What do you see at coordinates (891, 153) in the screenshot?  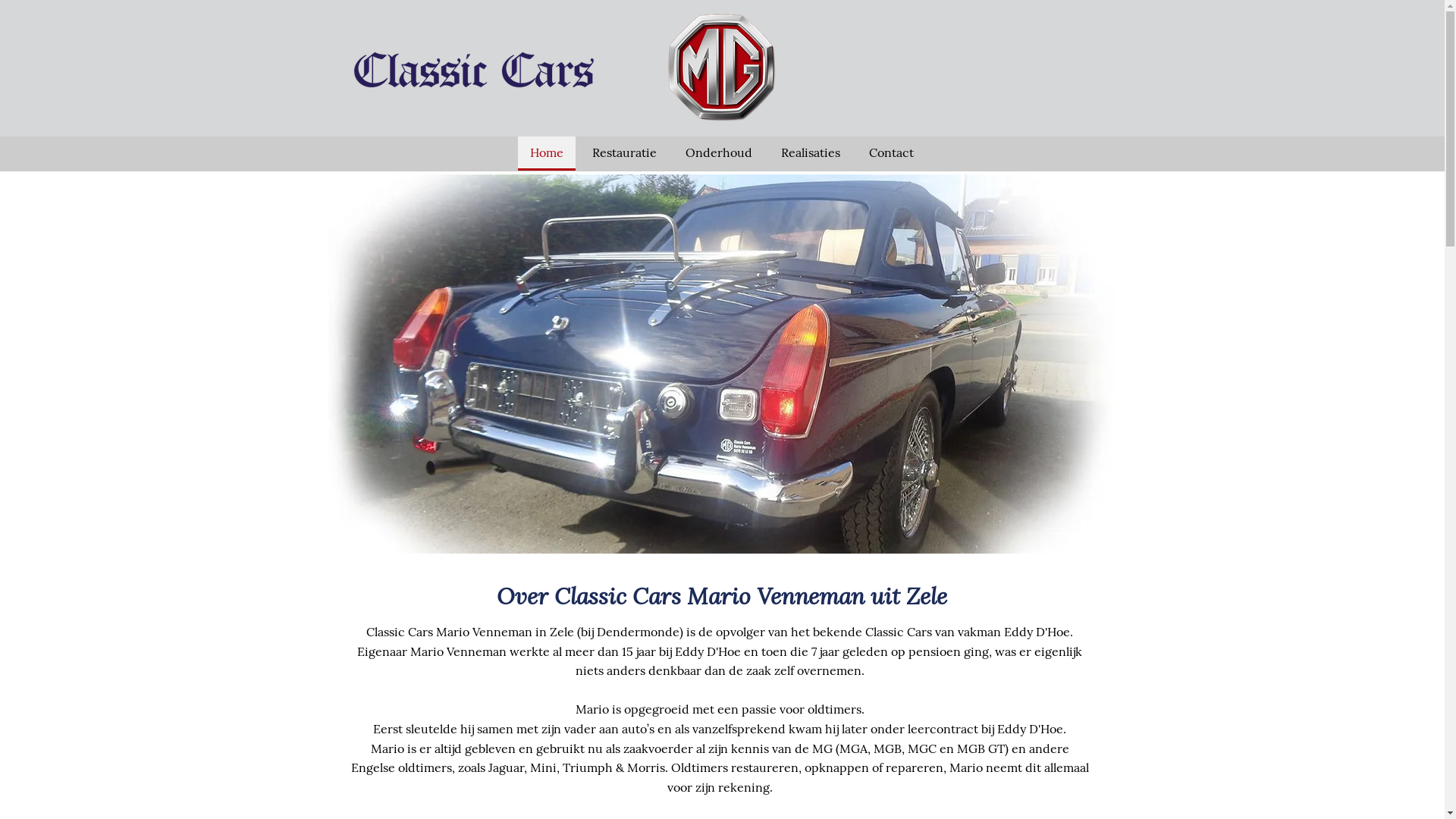 I see `'Contact'` at bounding box center [891, 153].